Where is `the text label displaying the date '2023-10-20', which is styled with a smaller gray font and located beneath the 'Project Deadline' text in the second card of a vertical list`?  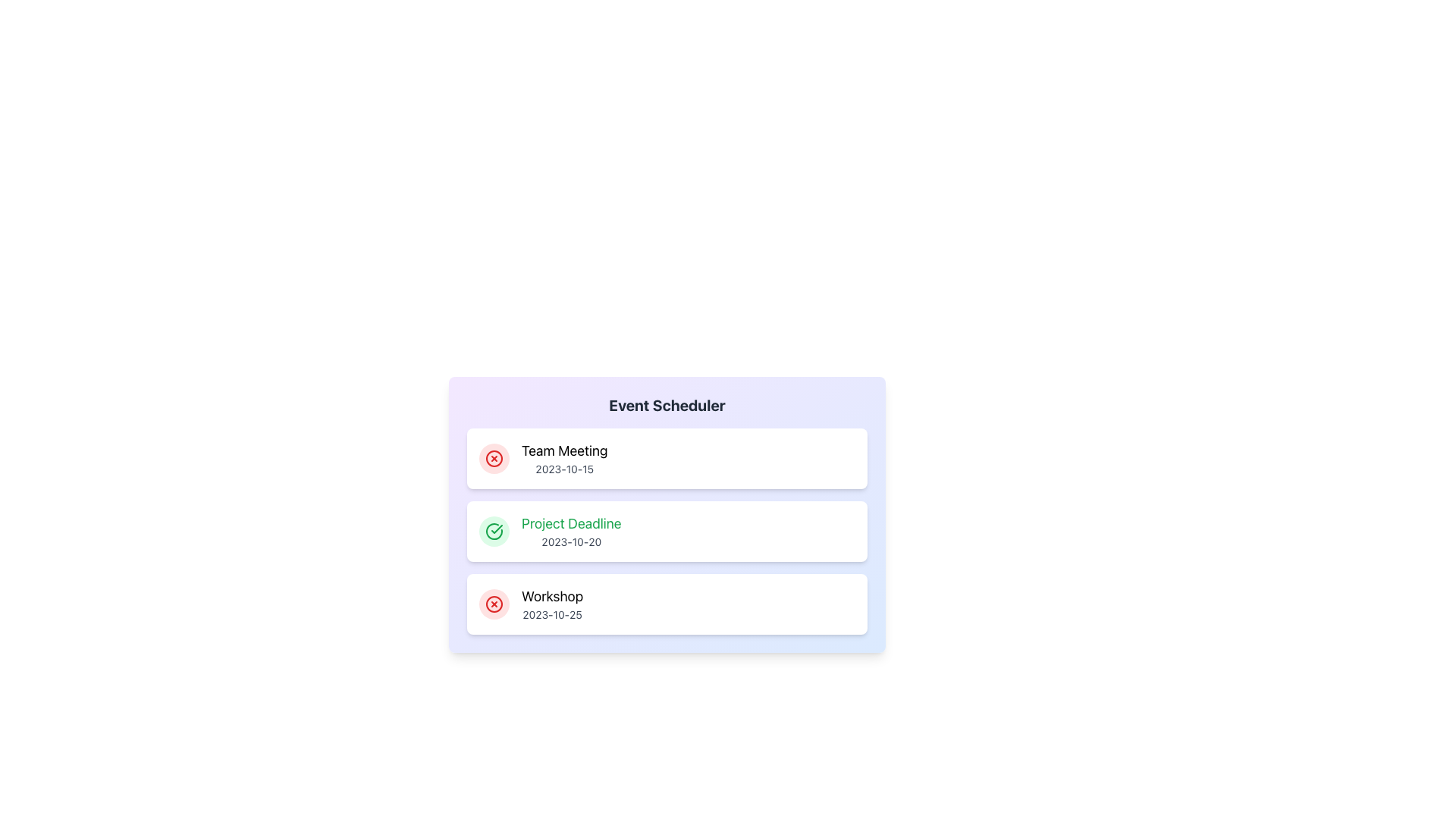 the text label displaying the date '2023-10-20', which is styled with a smaller gray font and located beneath the 'Project Deadline' text in the second card of a vertical list is located at coordinates (570, 541).